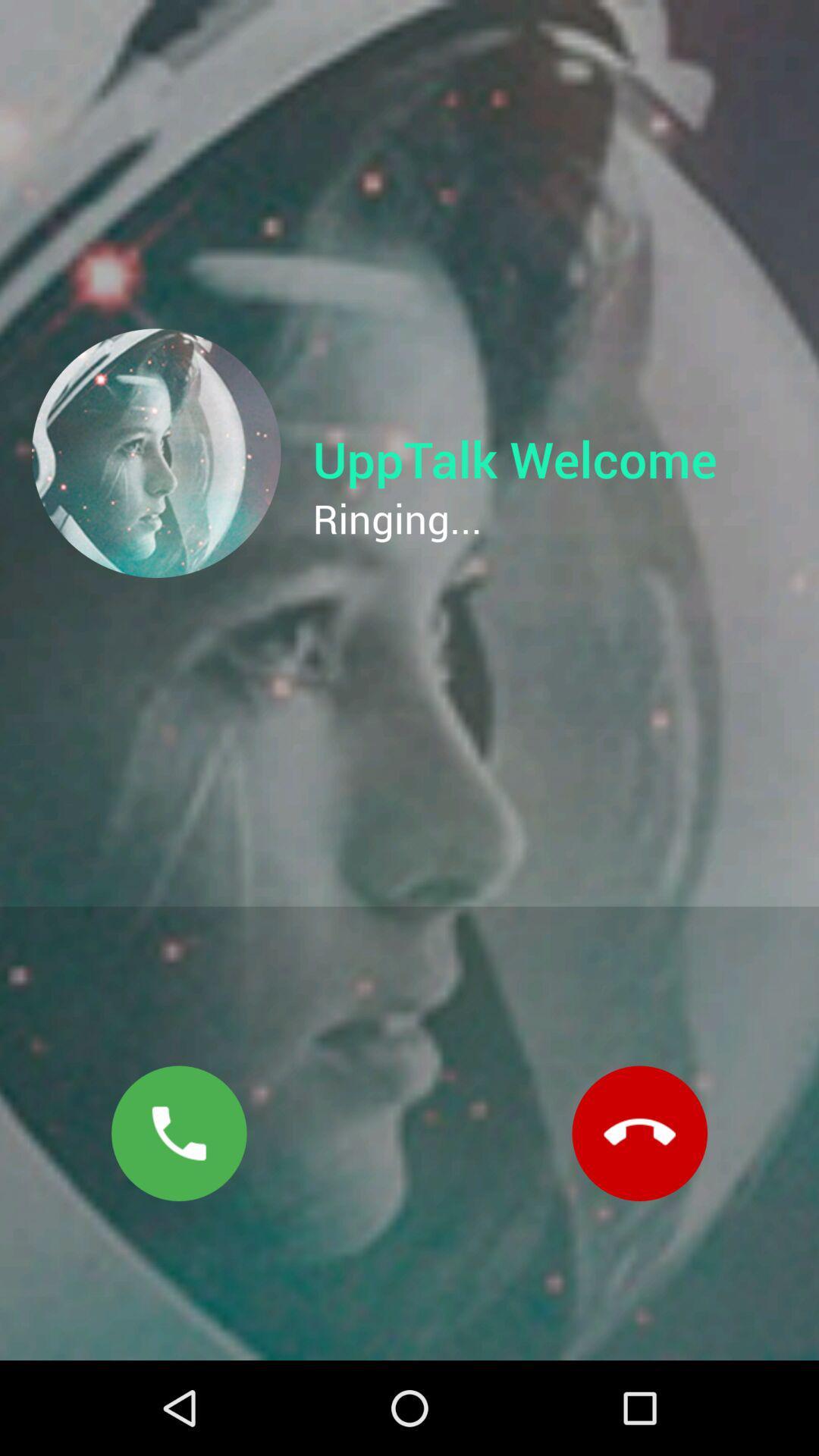  I want to click on answer call, so click(178, 1133).